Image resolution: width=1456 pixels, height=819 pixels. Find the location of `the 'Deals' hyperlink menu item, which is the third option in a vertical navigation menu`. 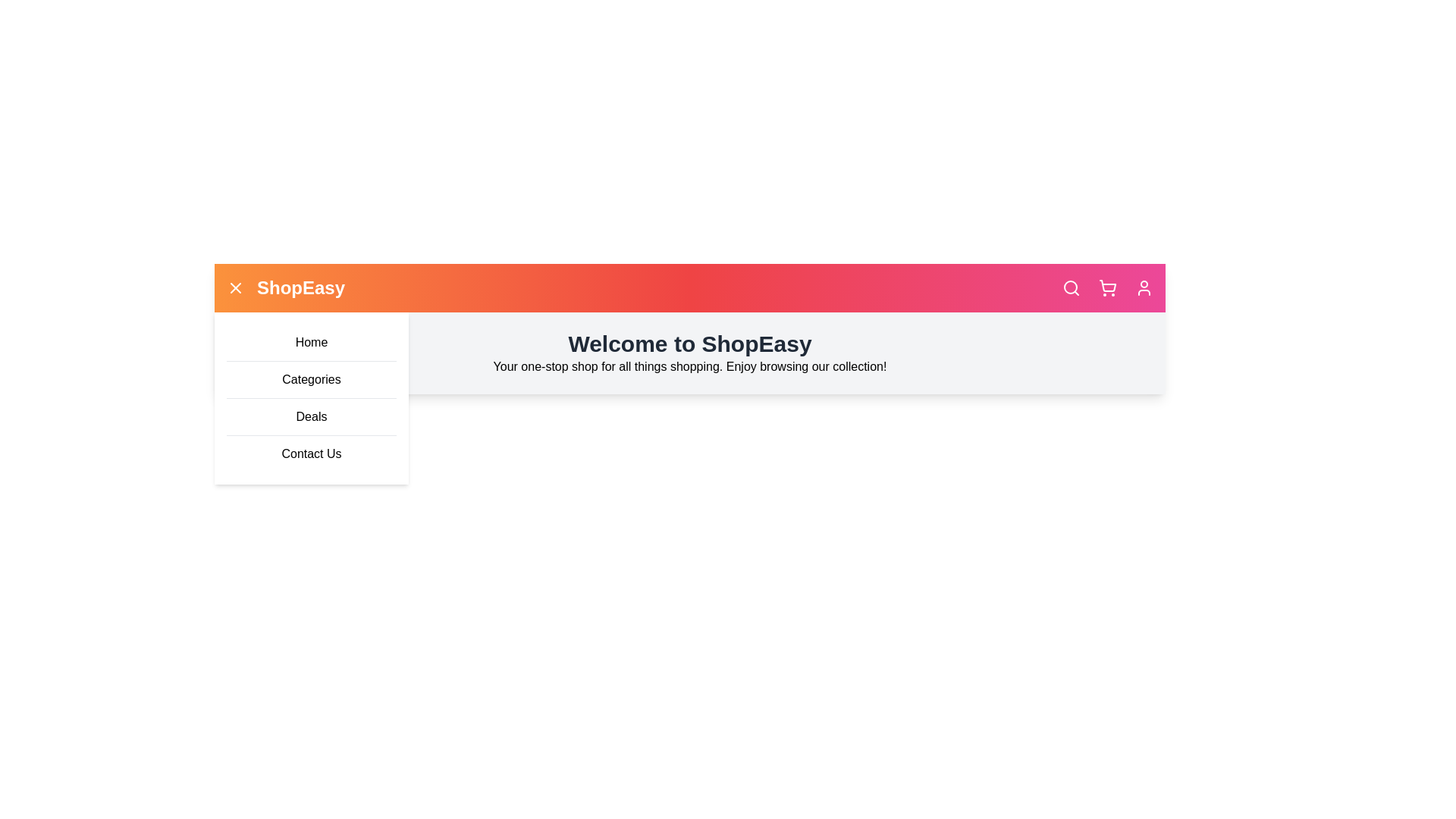

the 'Deals' hyperlink menu item, which is the third option in a vertical navigation menu is located at coordinates (311, 416).